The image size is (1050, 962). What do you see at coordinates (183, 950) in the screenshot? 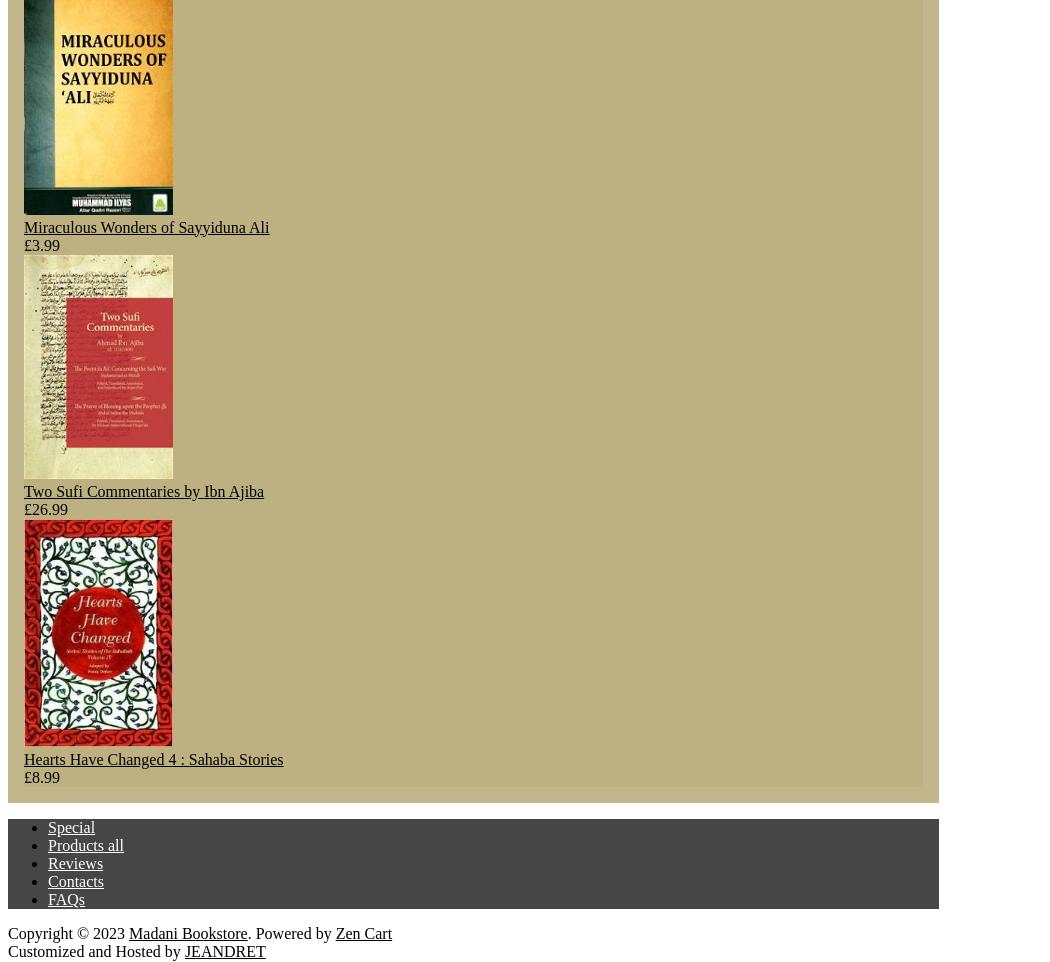
I see `'JEANDRET'` at bounding box center [183, 950].